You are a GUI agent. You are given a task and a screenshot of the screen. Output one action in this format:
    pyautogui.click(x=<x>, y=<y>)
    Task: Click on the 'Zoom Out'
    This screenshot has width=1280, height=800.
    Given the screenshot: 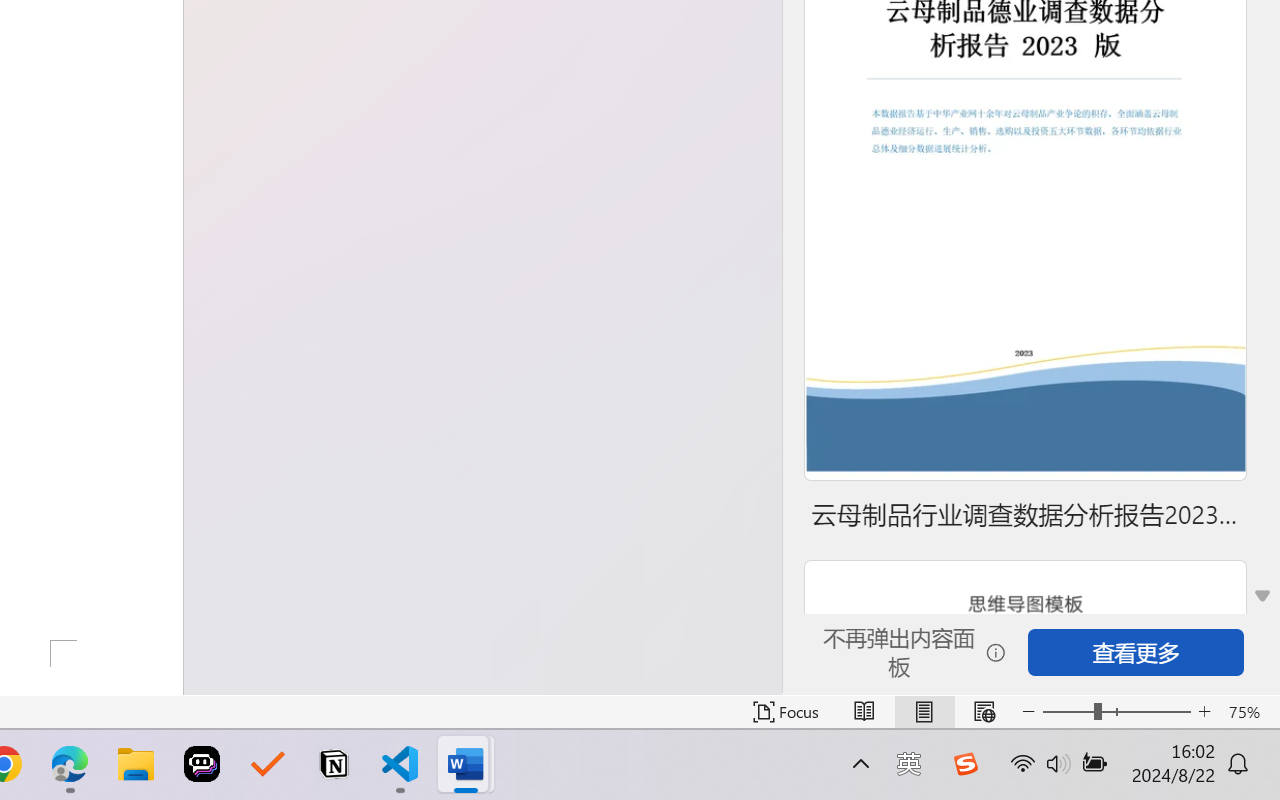 What is the action you would take?
    pyautogui.click(x=1067, y=711)
    